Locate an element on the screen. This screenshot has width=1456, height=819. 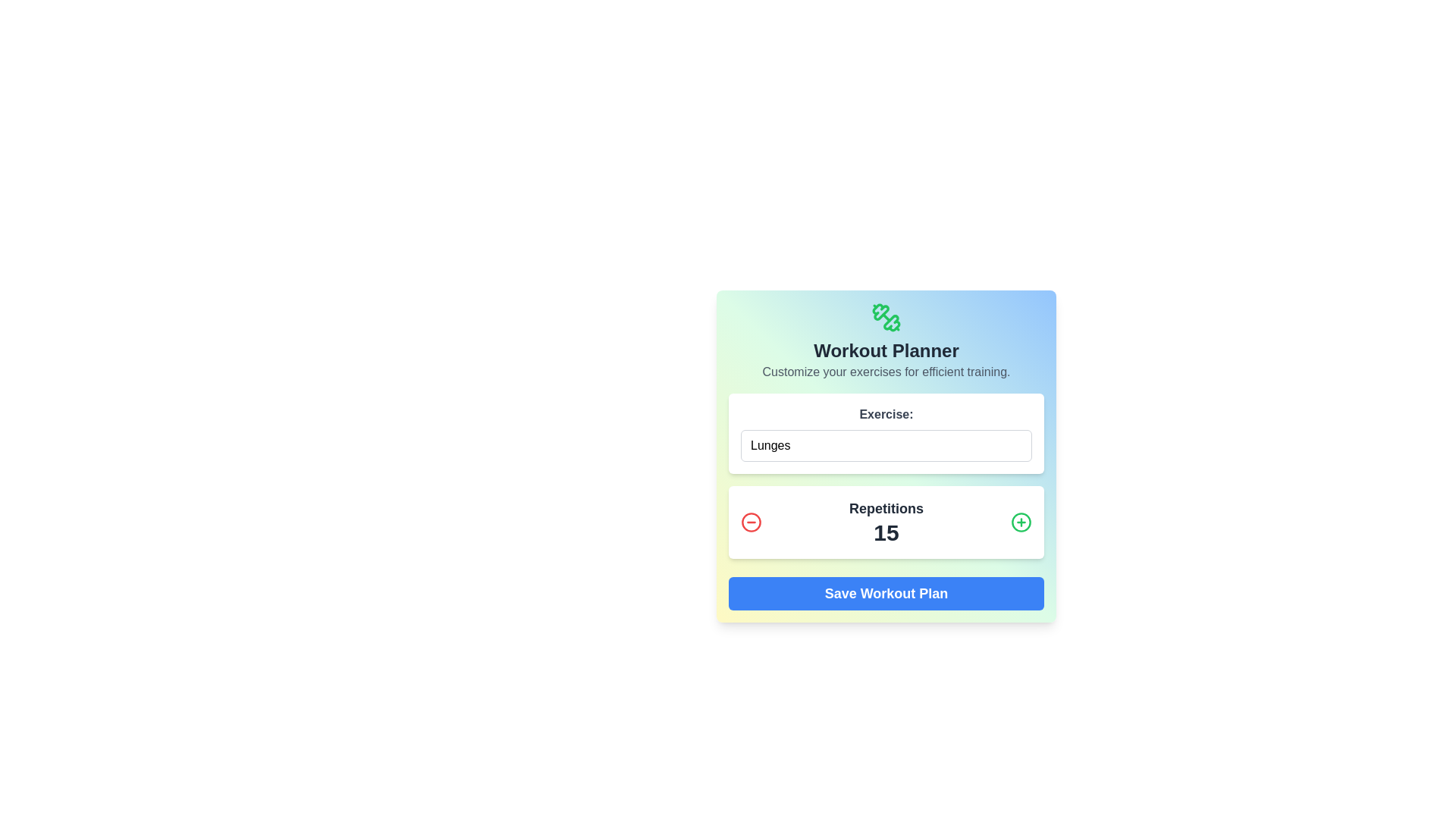
the green dumbbell icon at the top of the card interface, which represents fitness and workout planning is located at coordinates (886, 317).